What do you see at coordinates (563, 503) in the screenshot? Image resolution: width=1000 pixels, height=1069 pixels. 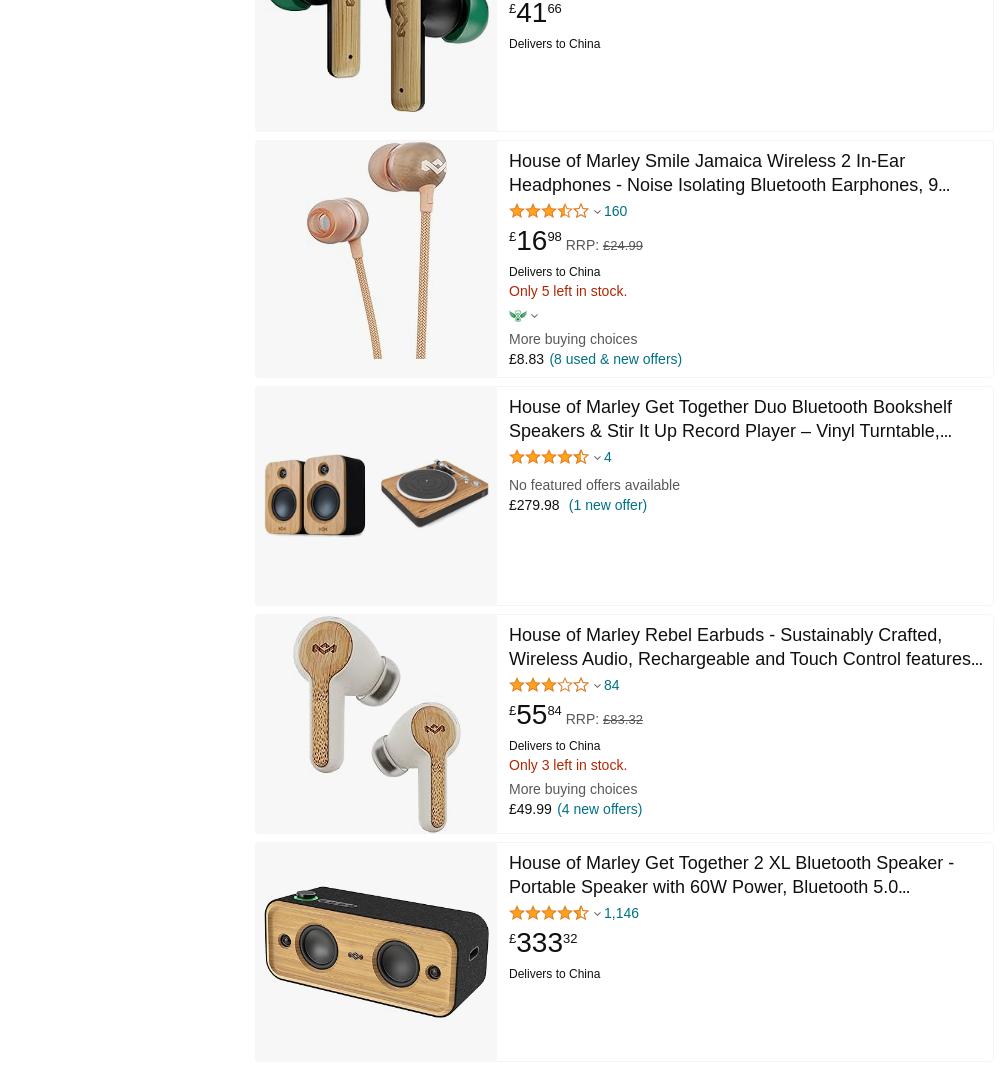 I see `'(1 new offer)'` at bounding box center [563, 503].